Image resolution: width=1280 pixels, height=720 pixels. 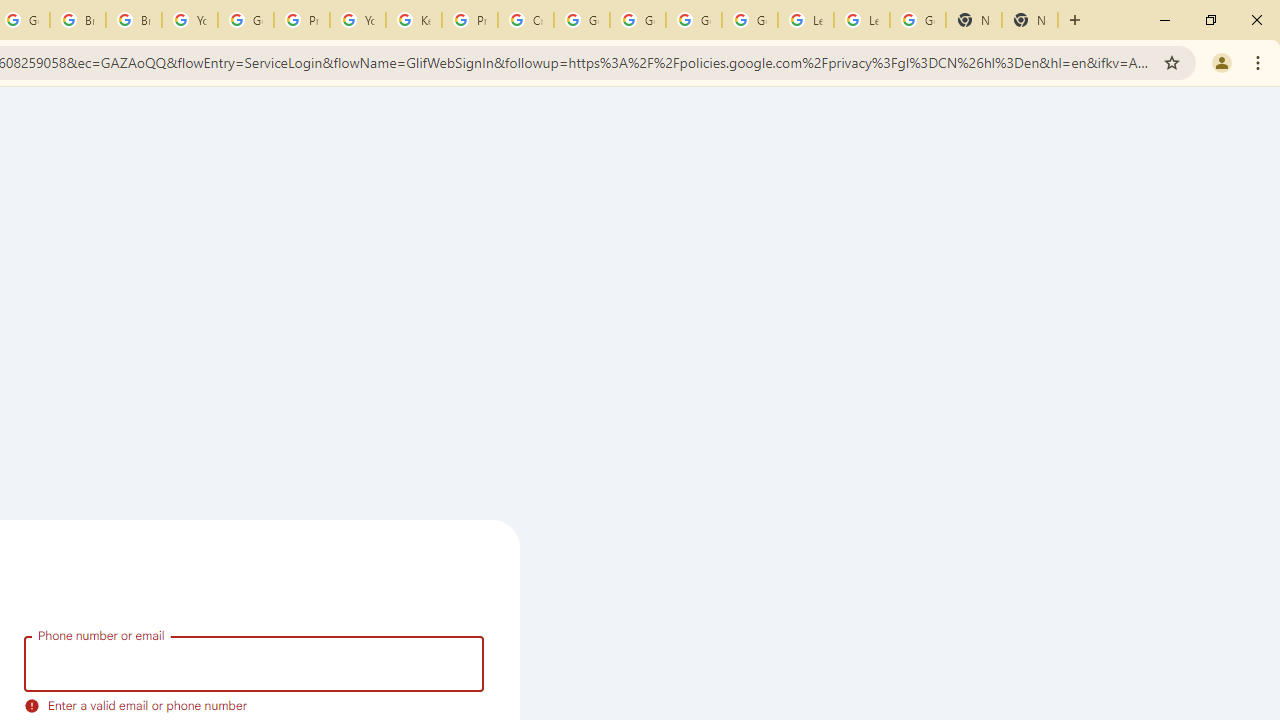 I want to click on 'New Tab', so click(x=974, y=20).